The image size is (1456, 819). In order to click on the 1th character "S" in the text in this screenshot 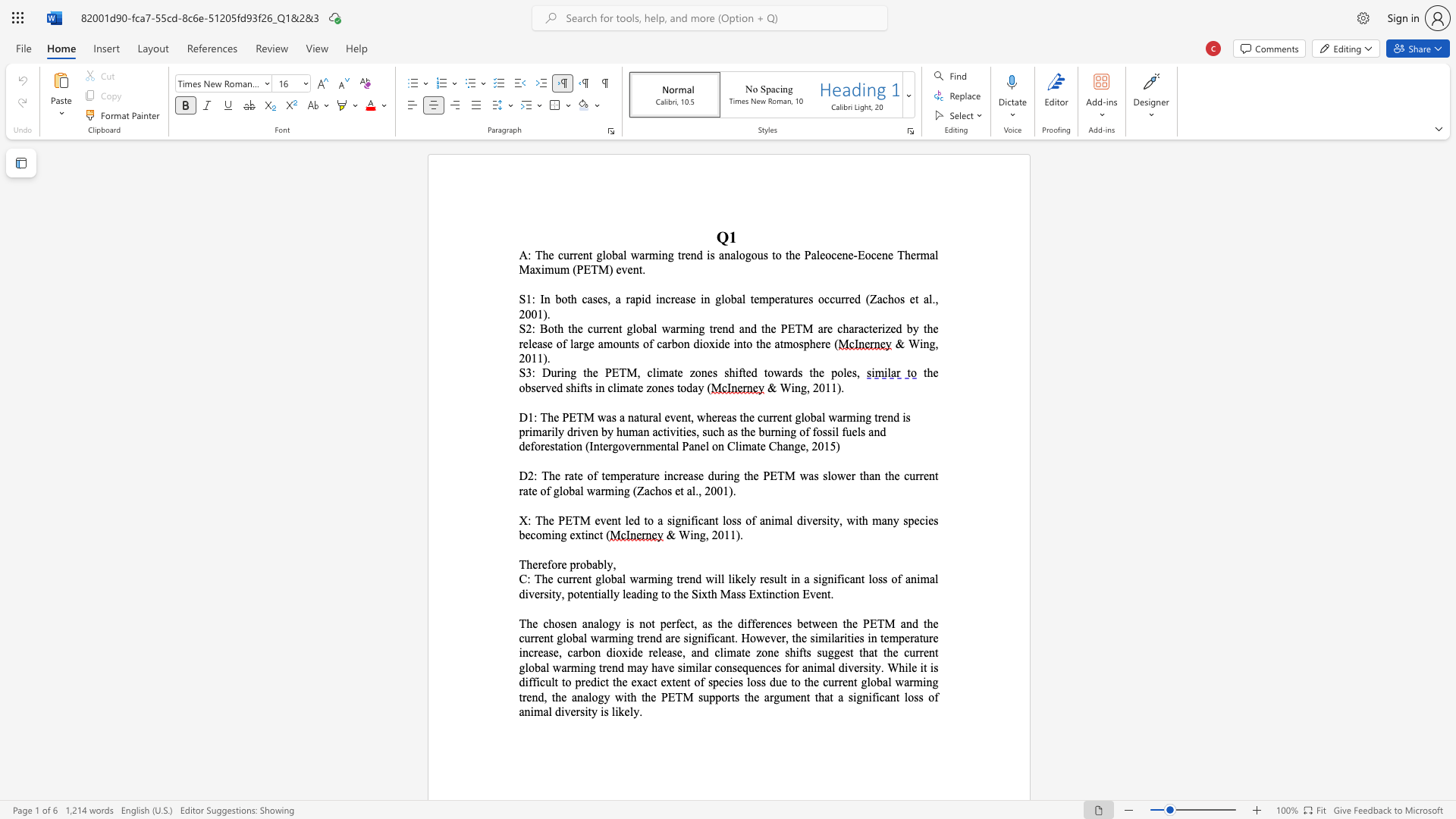, I will do `click(522, 372)`.